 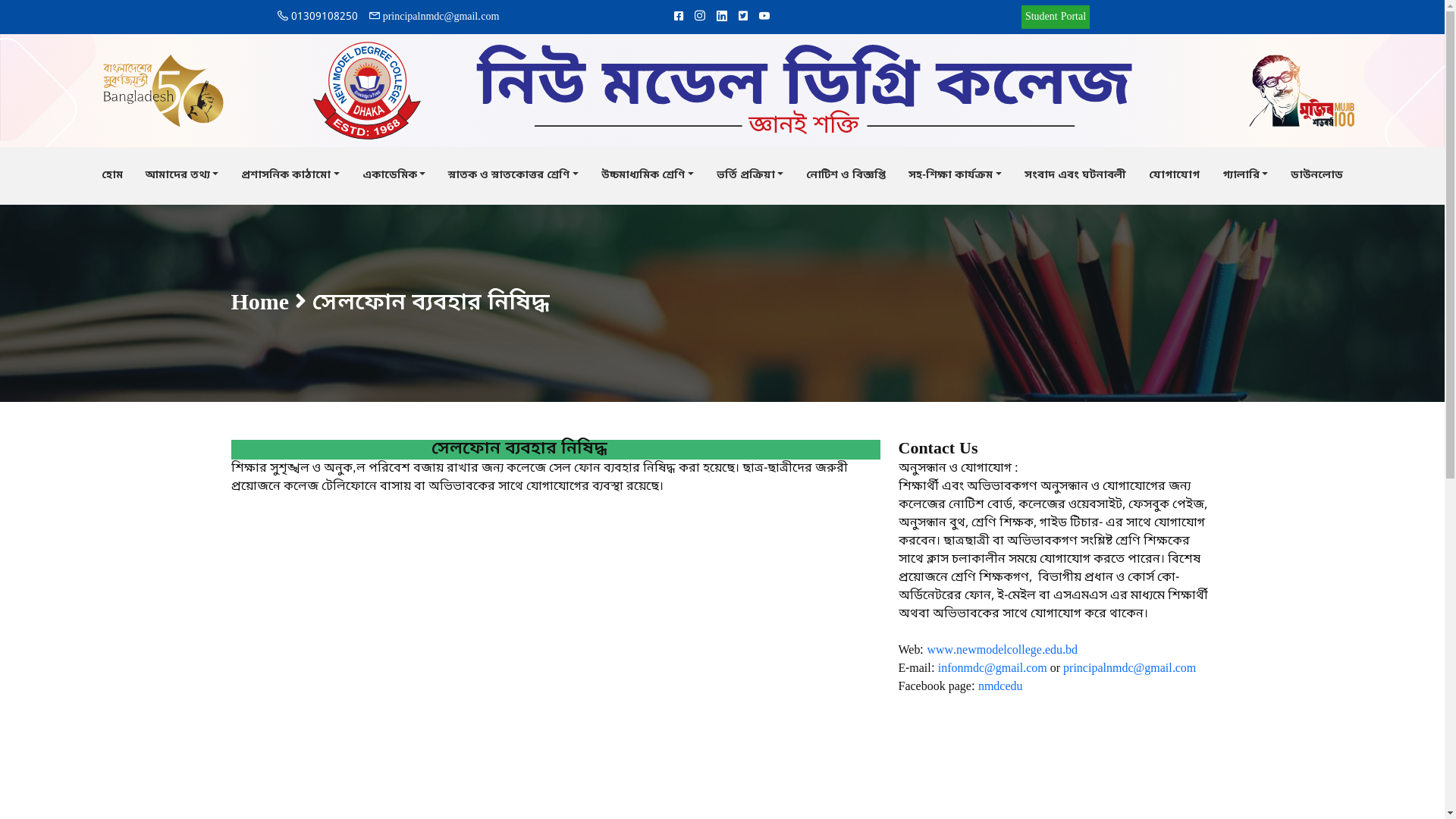 What do you see at coordinates (259, 303) in the screenshot?
I see `'Home'` at bounding box center [259, 303].